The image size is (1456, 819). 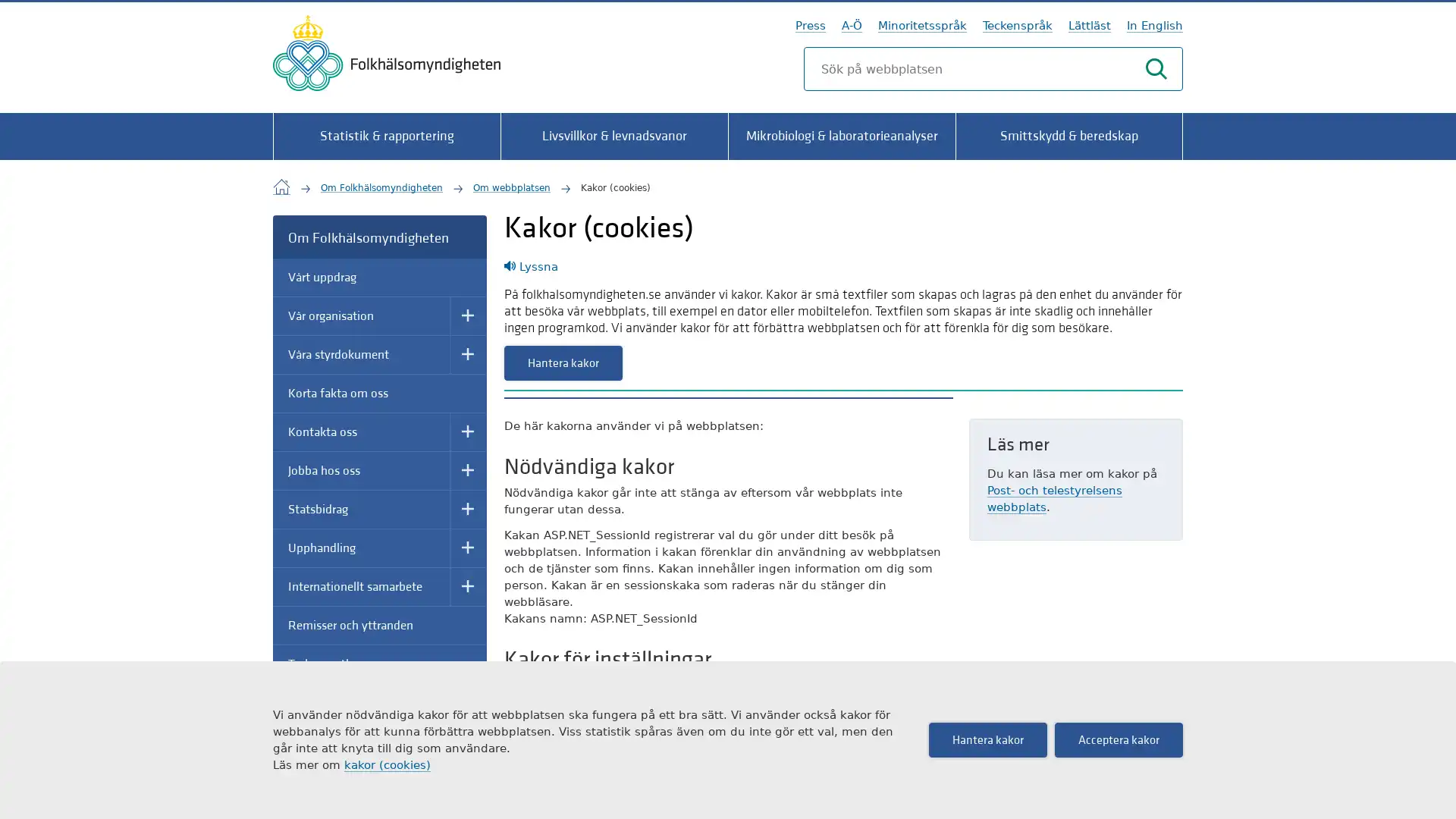 What do you see at coordinates (467, 315) in the screenshot?
I see `Expandera` at bounding box center [467, 315].